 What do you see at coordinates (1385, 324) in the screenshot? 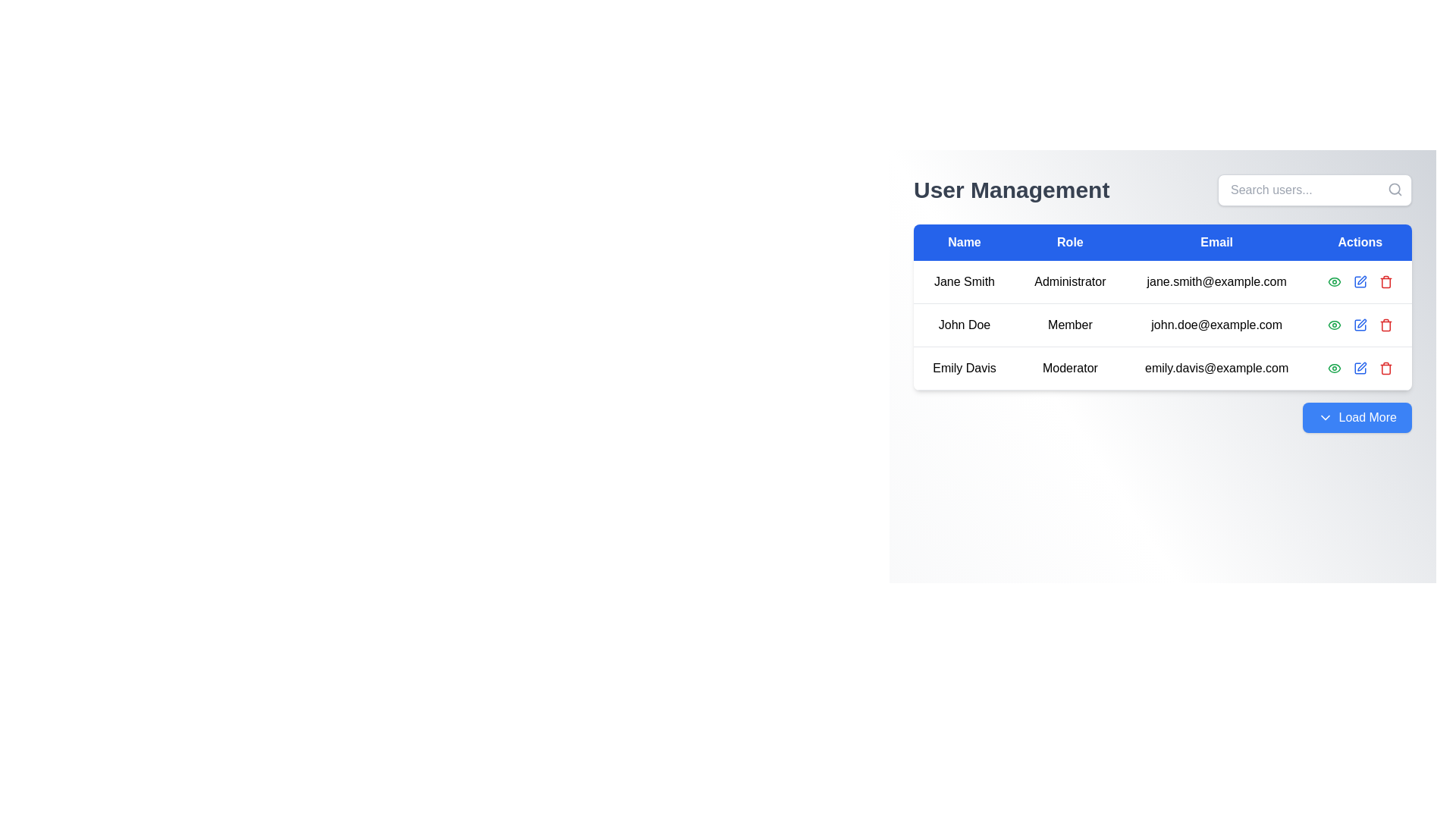
I see `the trash icon, which is a small red icon representing deletion, located` at bounding box center [1385, 324].